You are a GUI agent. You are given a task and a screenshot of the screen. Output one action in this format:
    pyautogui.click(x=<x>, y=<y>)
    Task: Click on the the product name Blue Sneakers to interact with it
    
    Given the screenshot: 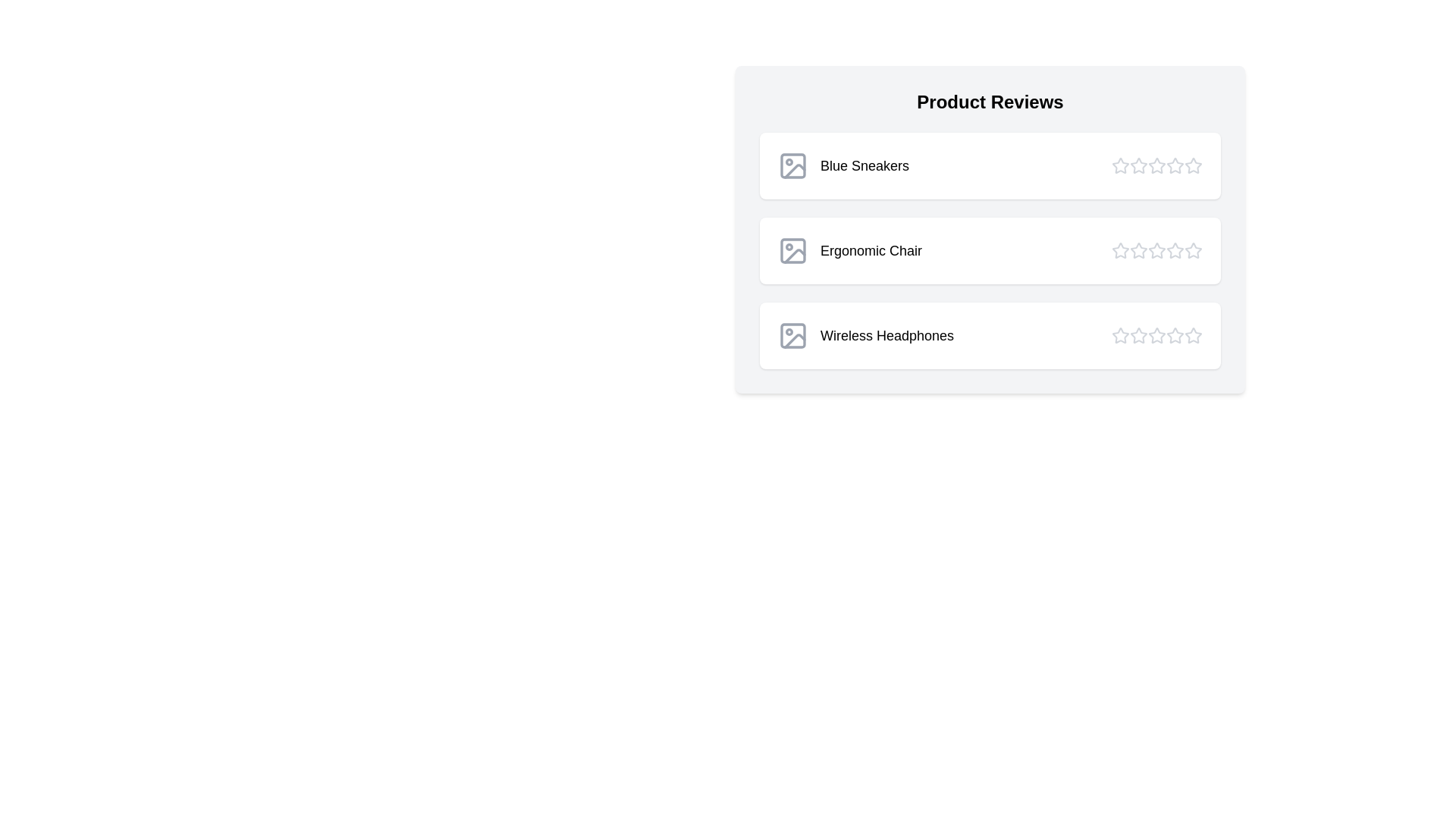 What is the action you would take?
    pyautogui.click(x=864, y=166)
    